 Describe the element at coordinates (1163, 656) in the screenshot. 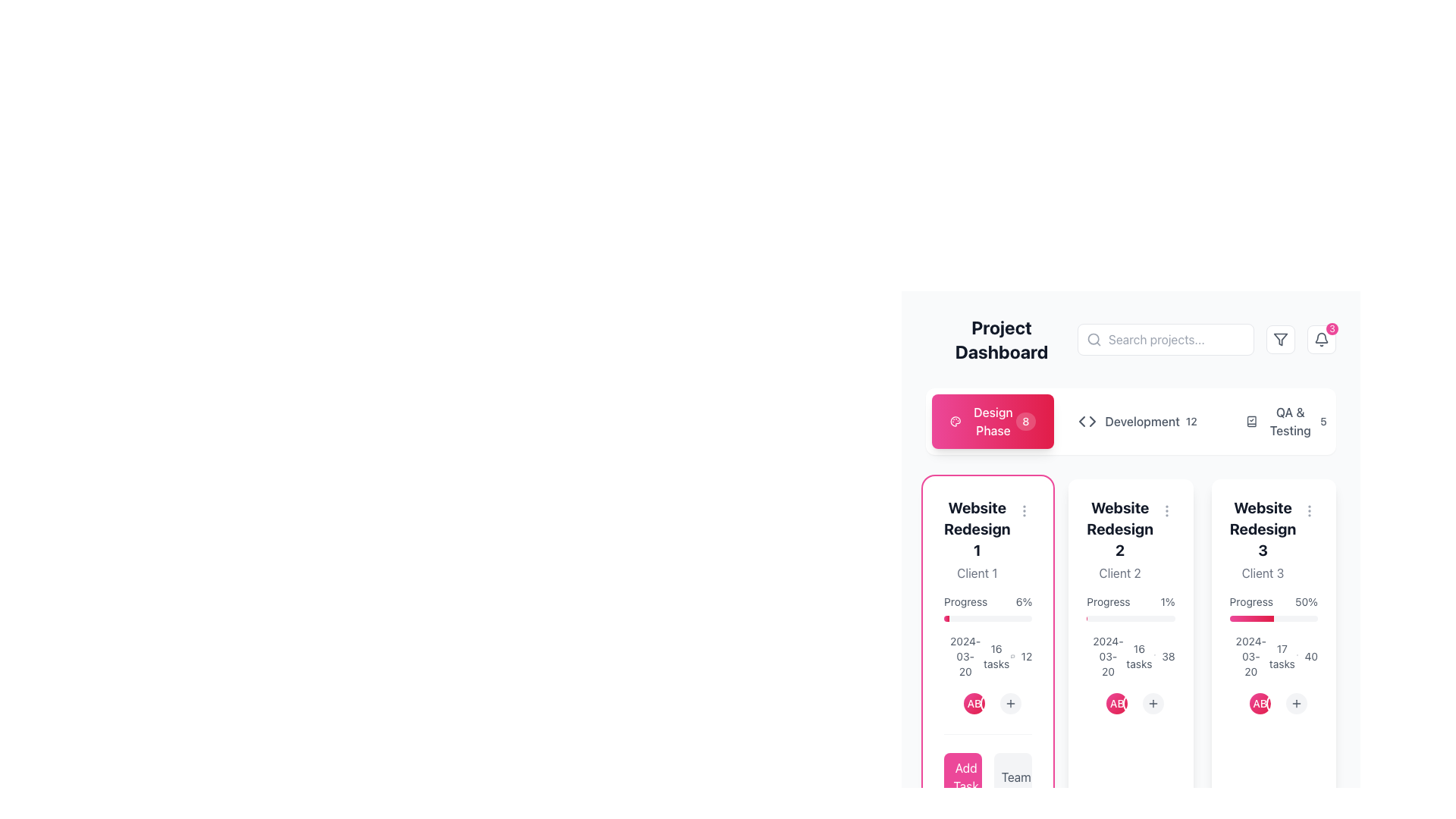

I see `the text label displaying the number of comments or messages associated with the 'Website Redesign 2' task, located in the third column of the grid layout, to the right of '16 tasks'` at that location.